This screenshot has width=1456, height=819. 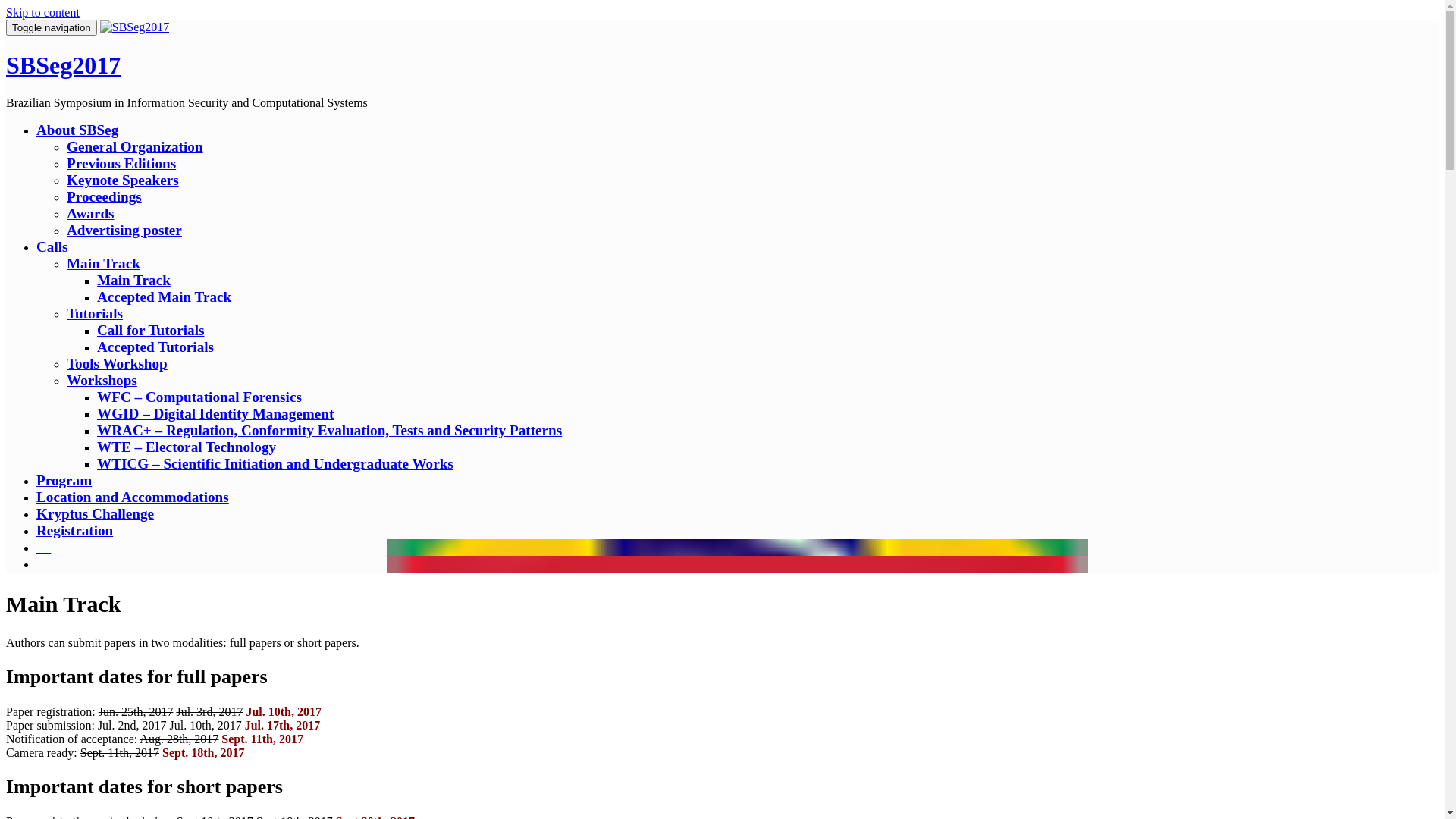 I want to click on 'Advertising poster', so click(x=124, y=230).